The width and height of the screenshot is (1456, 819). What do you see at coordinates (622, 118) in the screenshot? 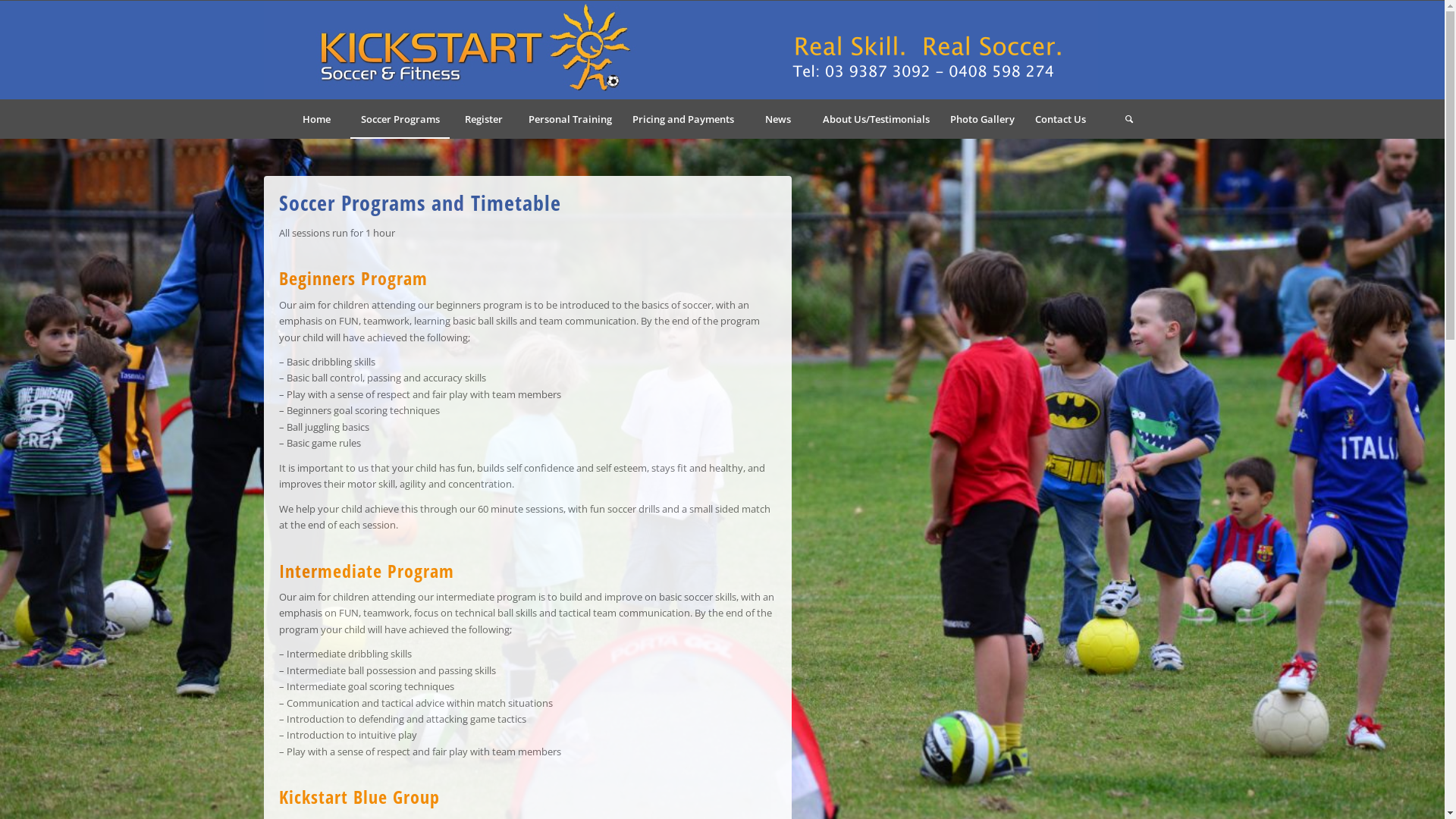
I see `'Pricing and Payments'` at bounding box center [622, 118].